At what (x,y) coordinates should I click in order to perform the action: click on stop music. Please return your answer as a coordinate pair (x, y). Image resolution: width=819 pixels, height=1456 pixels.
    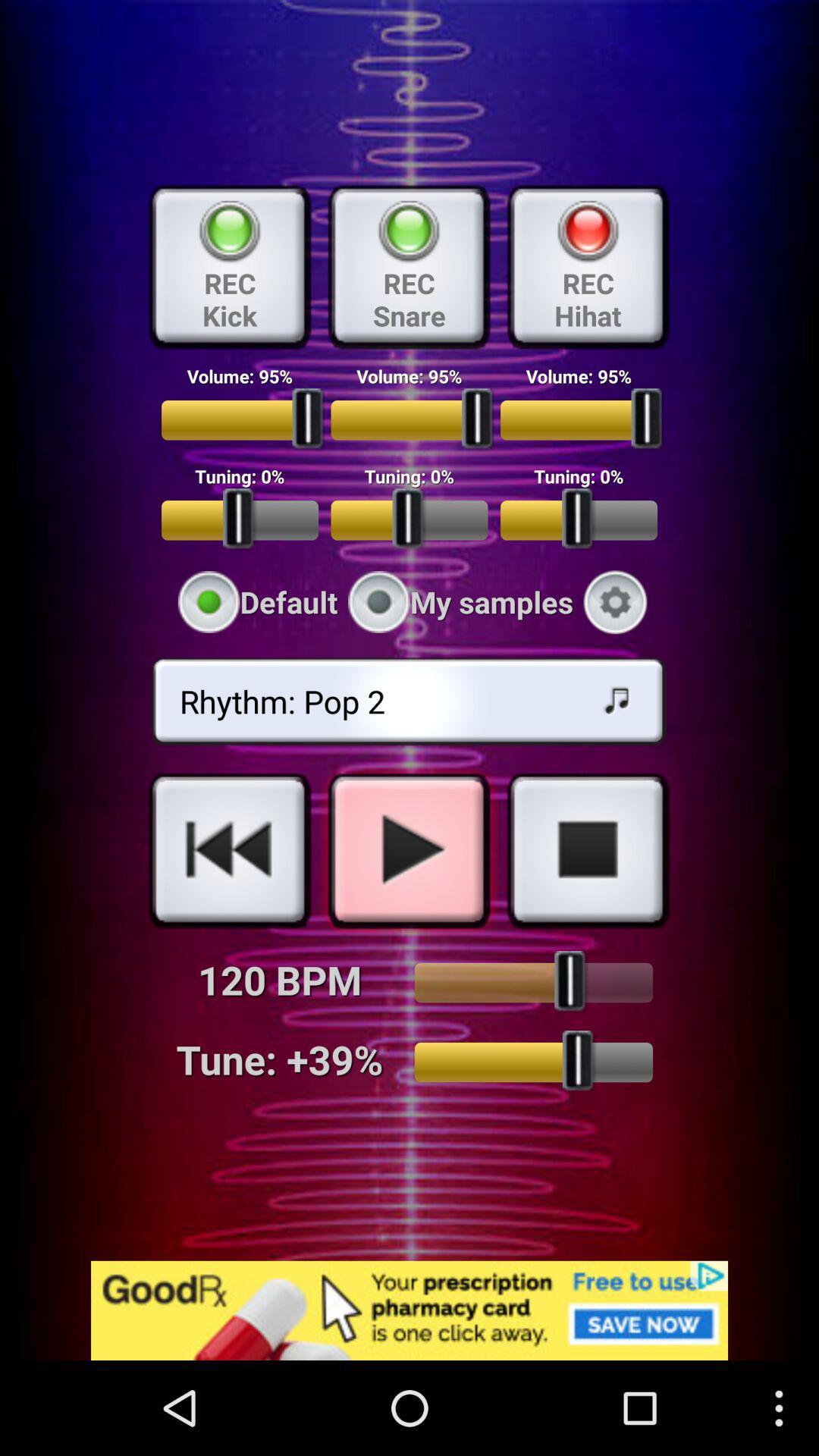
    Looking at the image, I should click on (587, 850).